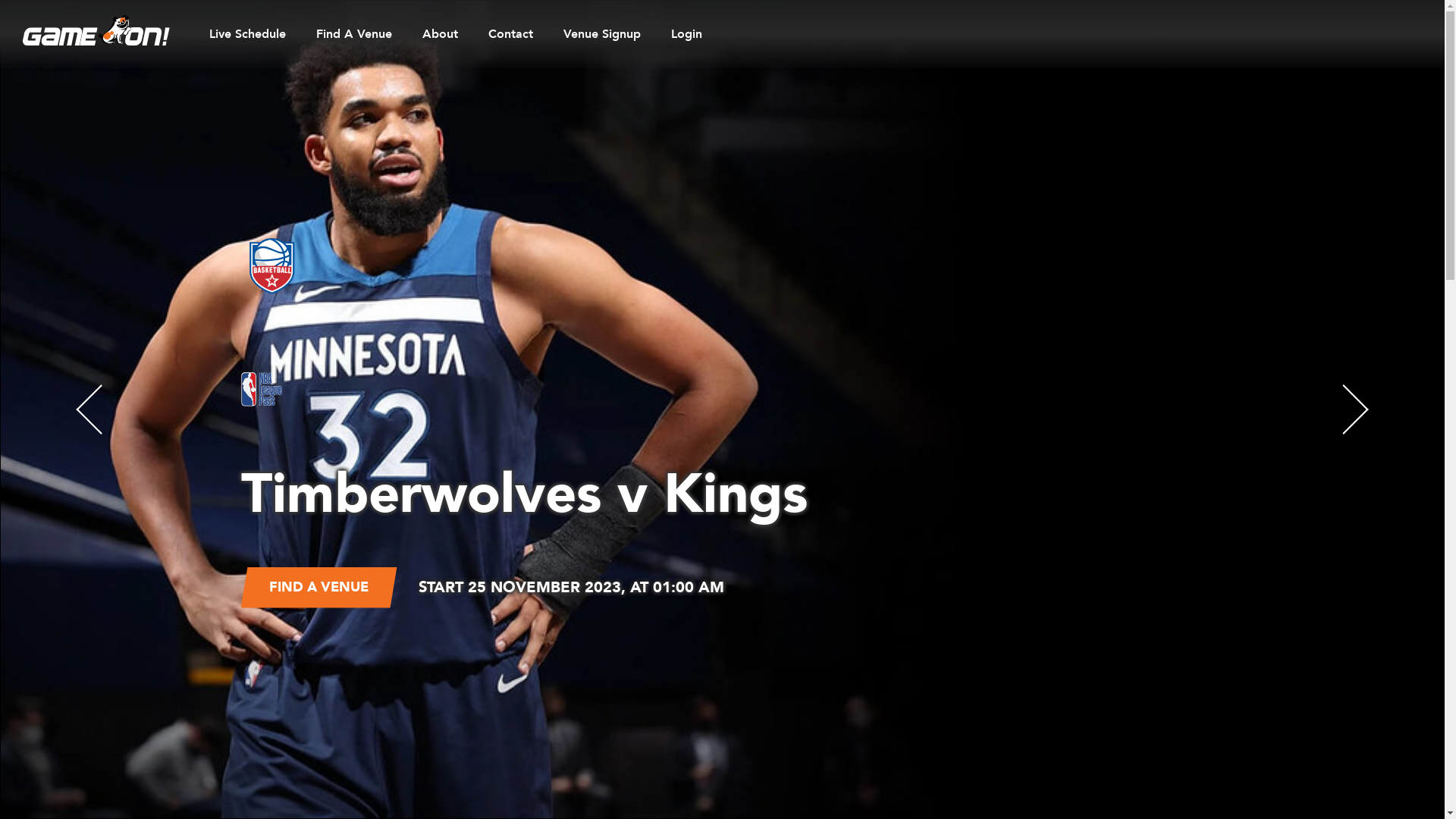 This screenshot has width=1456, height=819. I want to click on 'Login', so click(686, 34).